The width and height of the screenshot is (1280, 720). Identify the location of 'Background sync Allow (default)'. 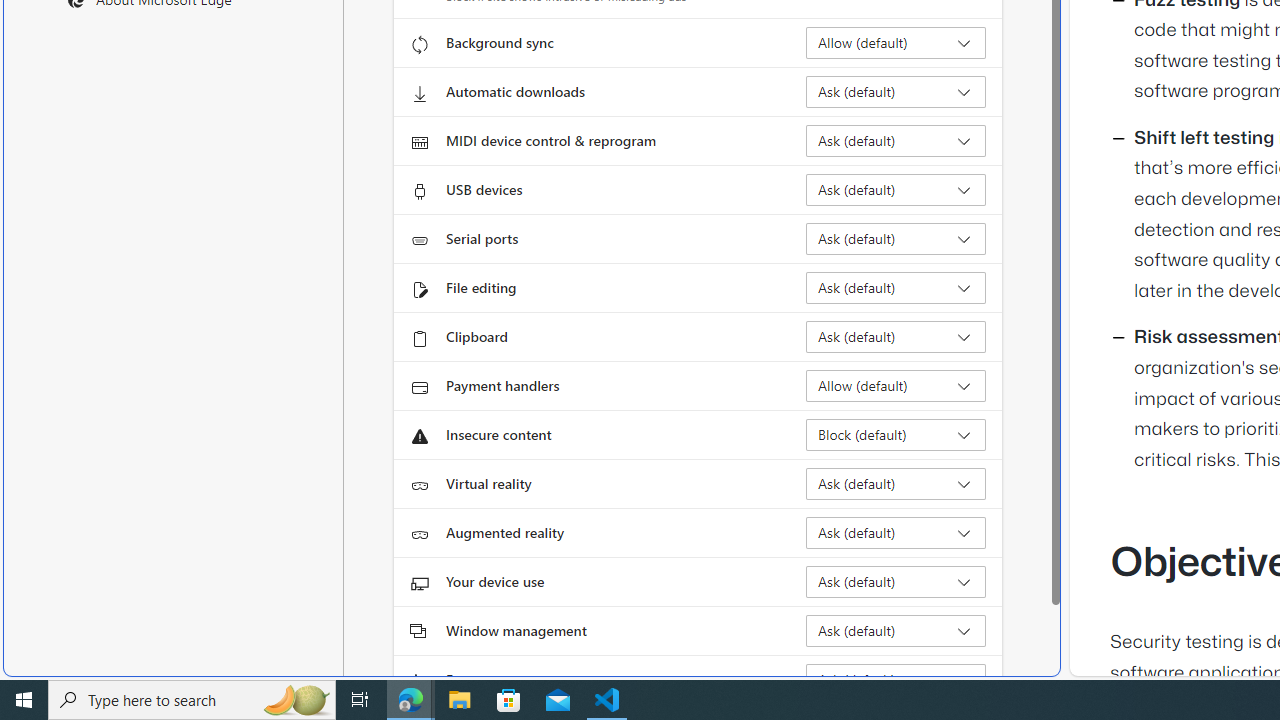
(895, 43).